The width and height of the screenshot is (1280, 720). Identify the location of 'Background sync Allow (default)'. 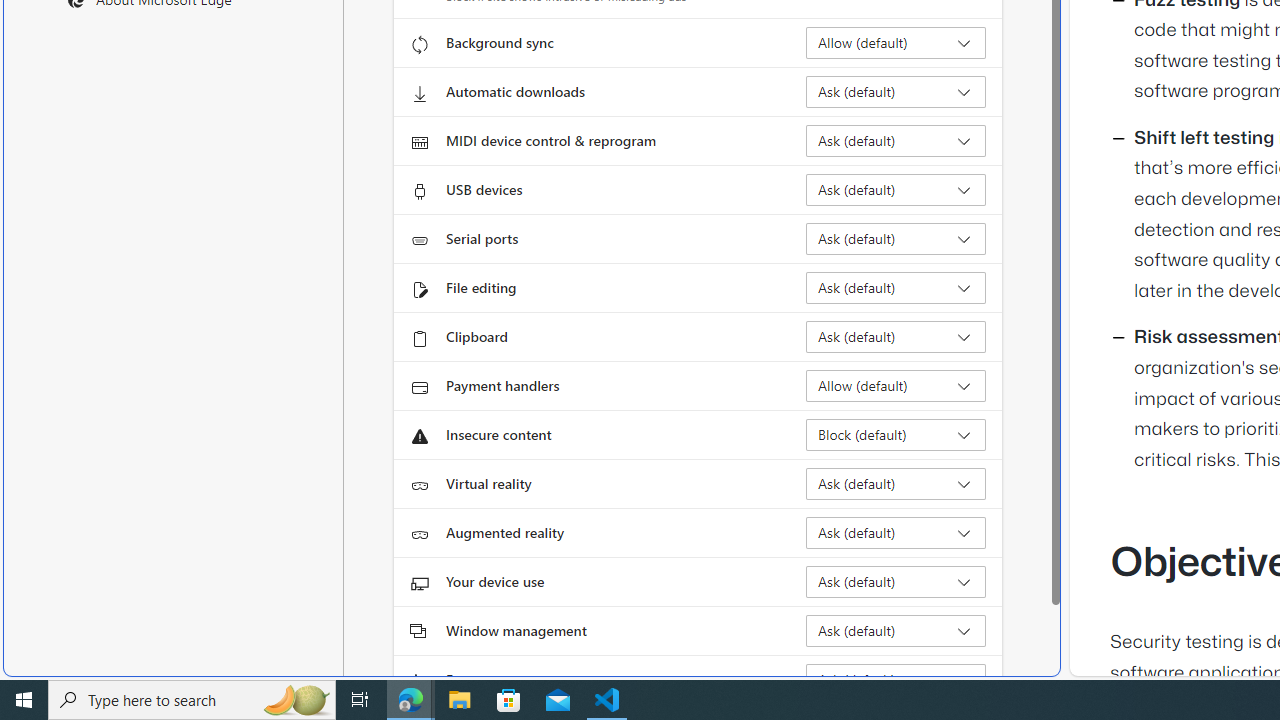
(895, 43).